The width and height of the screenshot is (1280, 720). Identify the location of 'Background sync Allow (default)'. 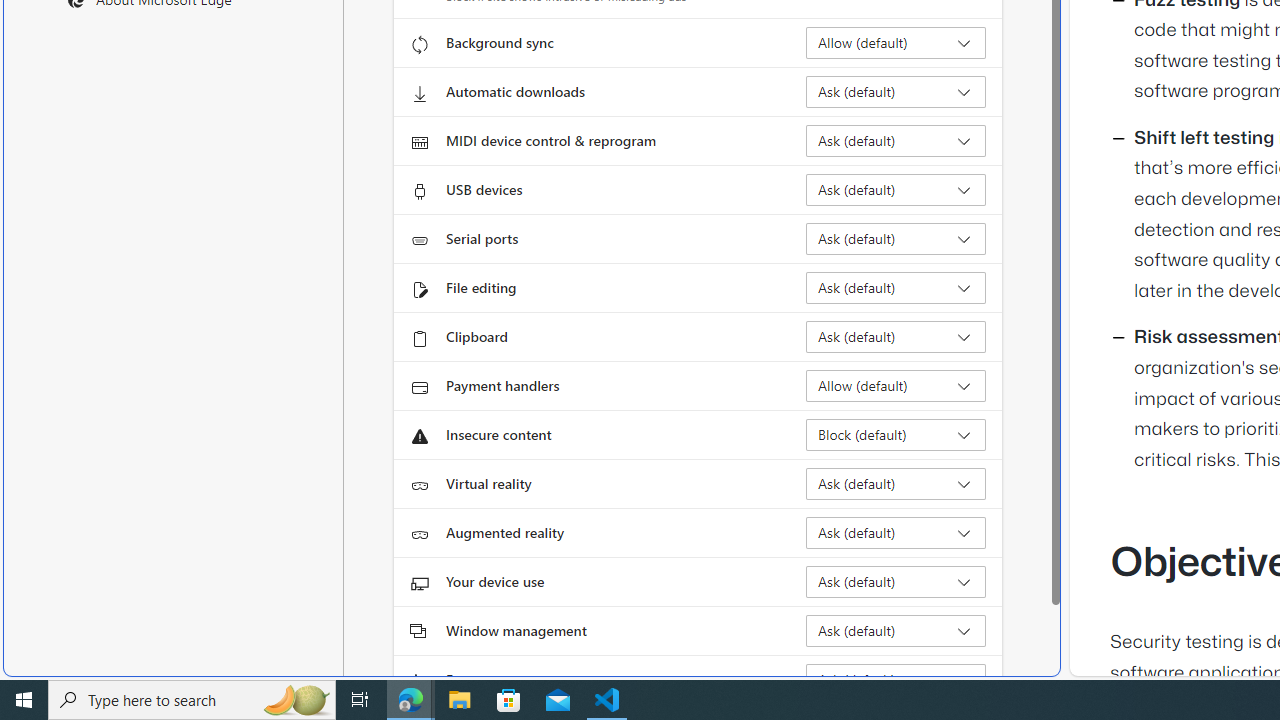
(895, 43).